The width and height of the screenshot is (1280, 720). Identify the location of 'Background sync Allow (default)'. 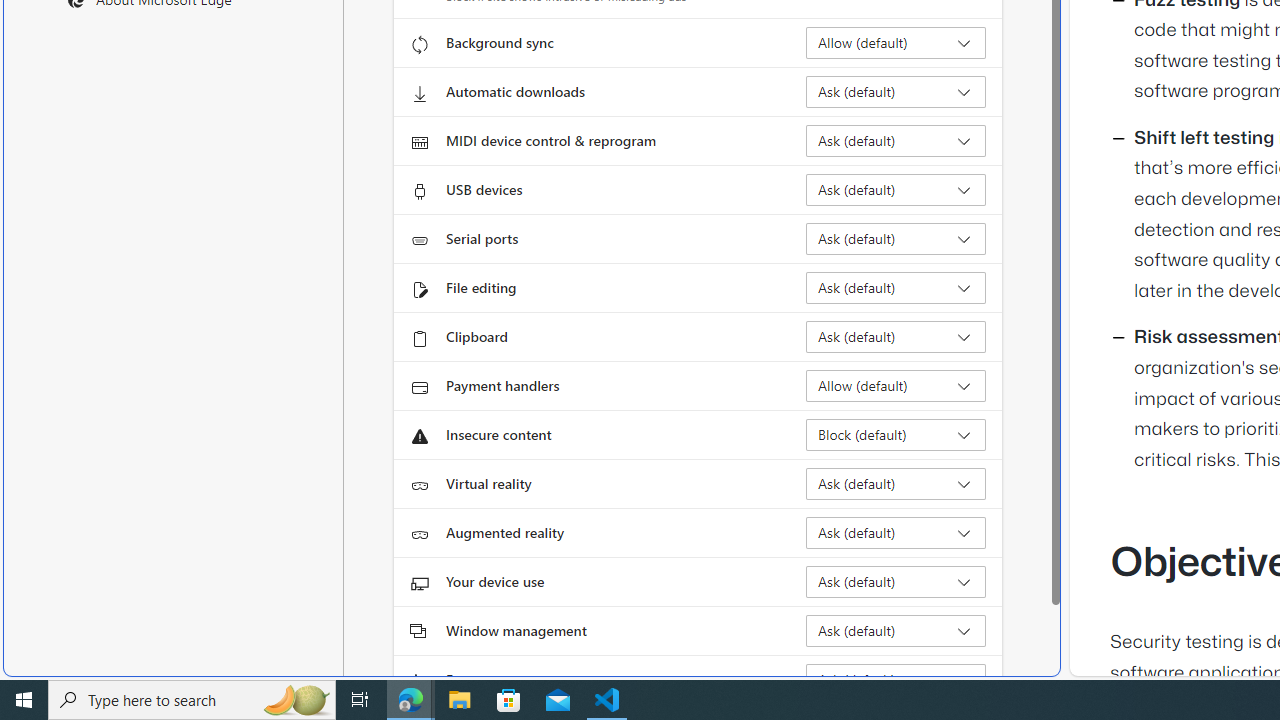
(895, 43).